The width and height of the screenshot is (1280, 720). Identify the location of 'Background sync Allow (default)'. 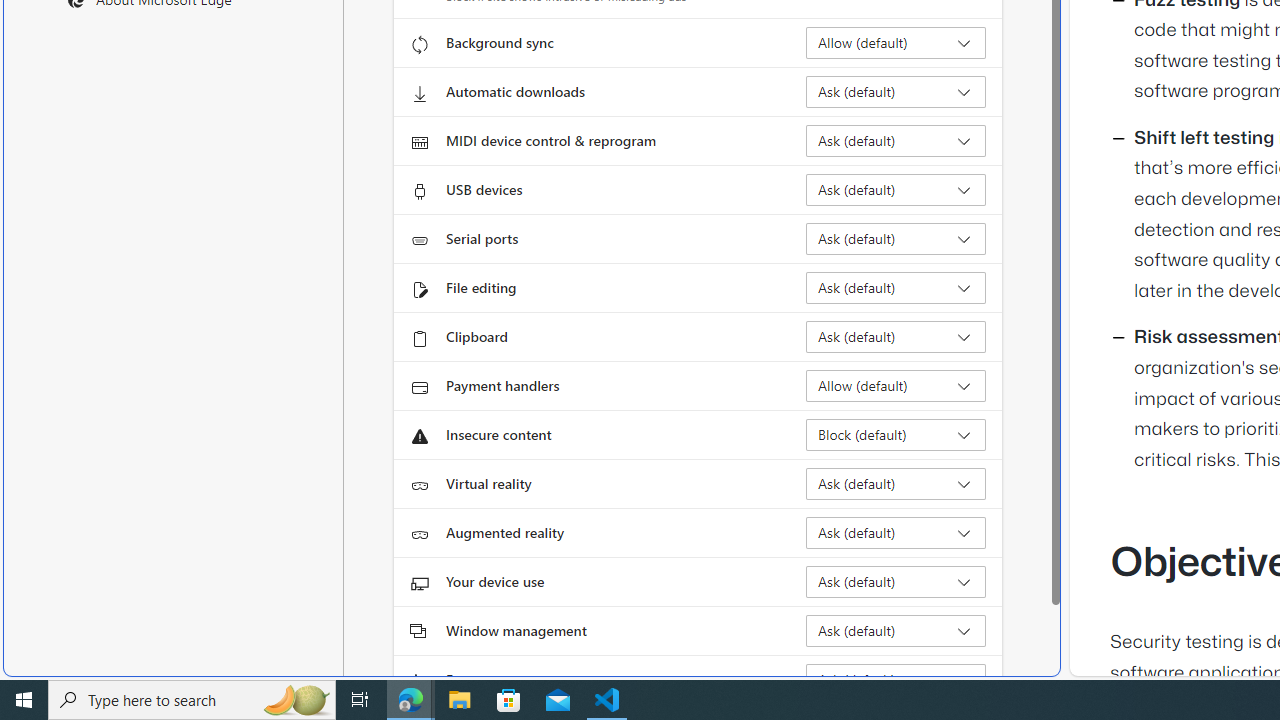
(895, 43).